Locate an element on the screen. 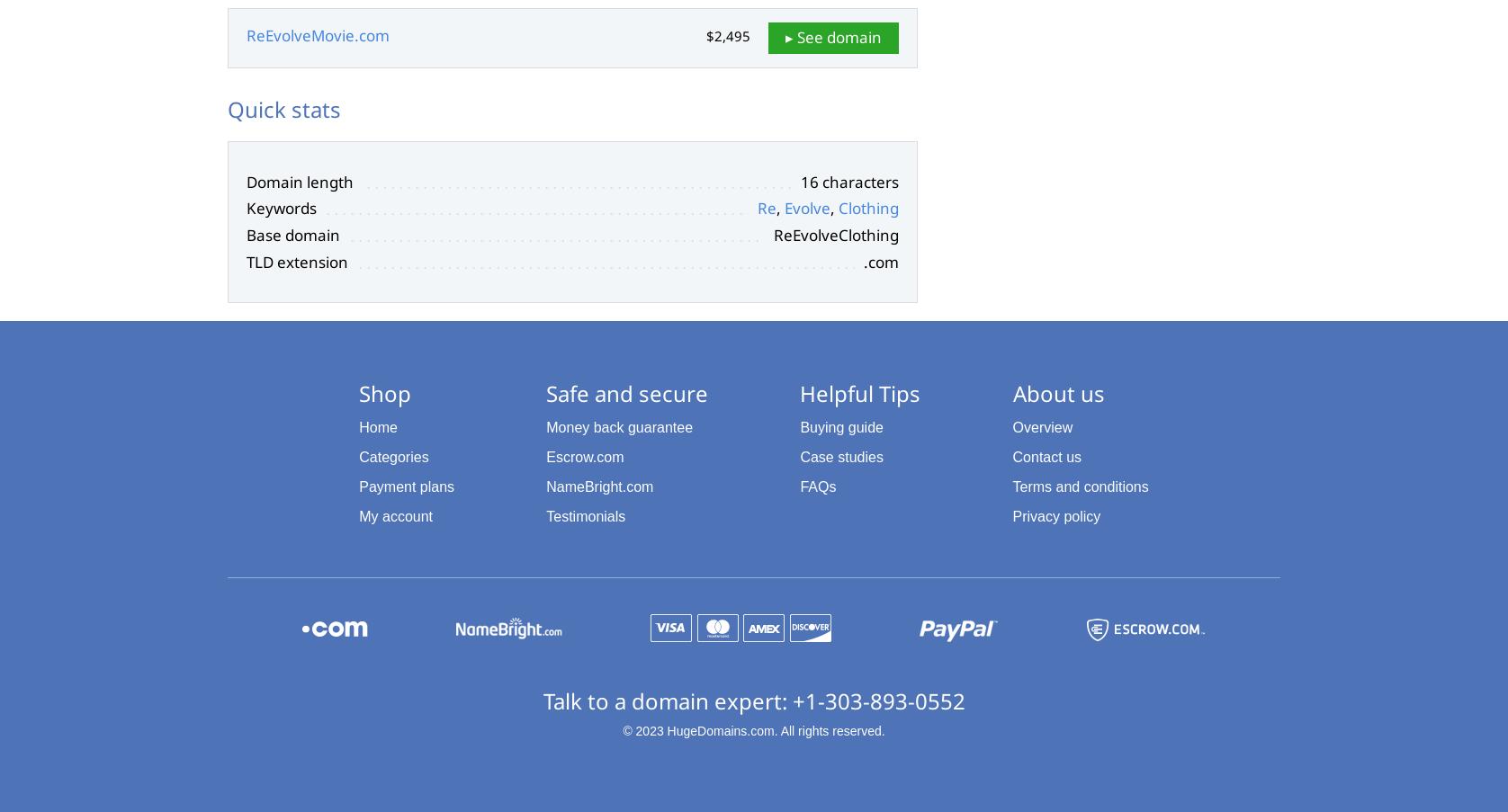 This screenshot has height=812, width=1508. '$2,495' is located at coordinates (727, 35).